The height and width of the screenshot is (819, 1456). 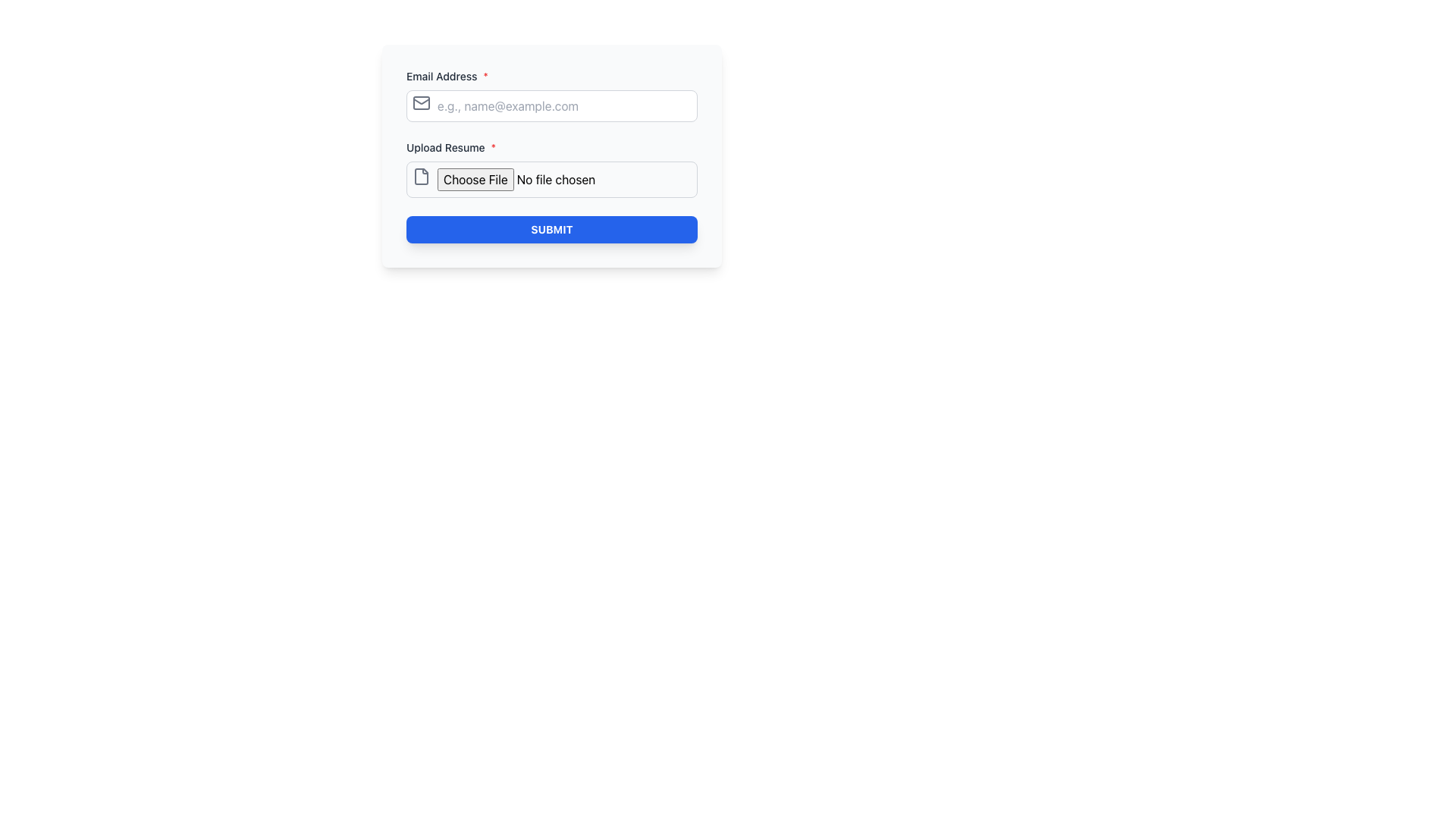 What do you see at coordinates (485, 76) in the screenshot?
I see `the small red asterisk symbol that indicates the mandatory nature of the 'Email Address' field, positioned immediately to the right of the label` at bounding box center [485, 76].